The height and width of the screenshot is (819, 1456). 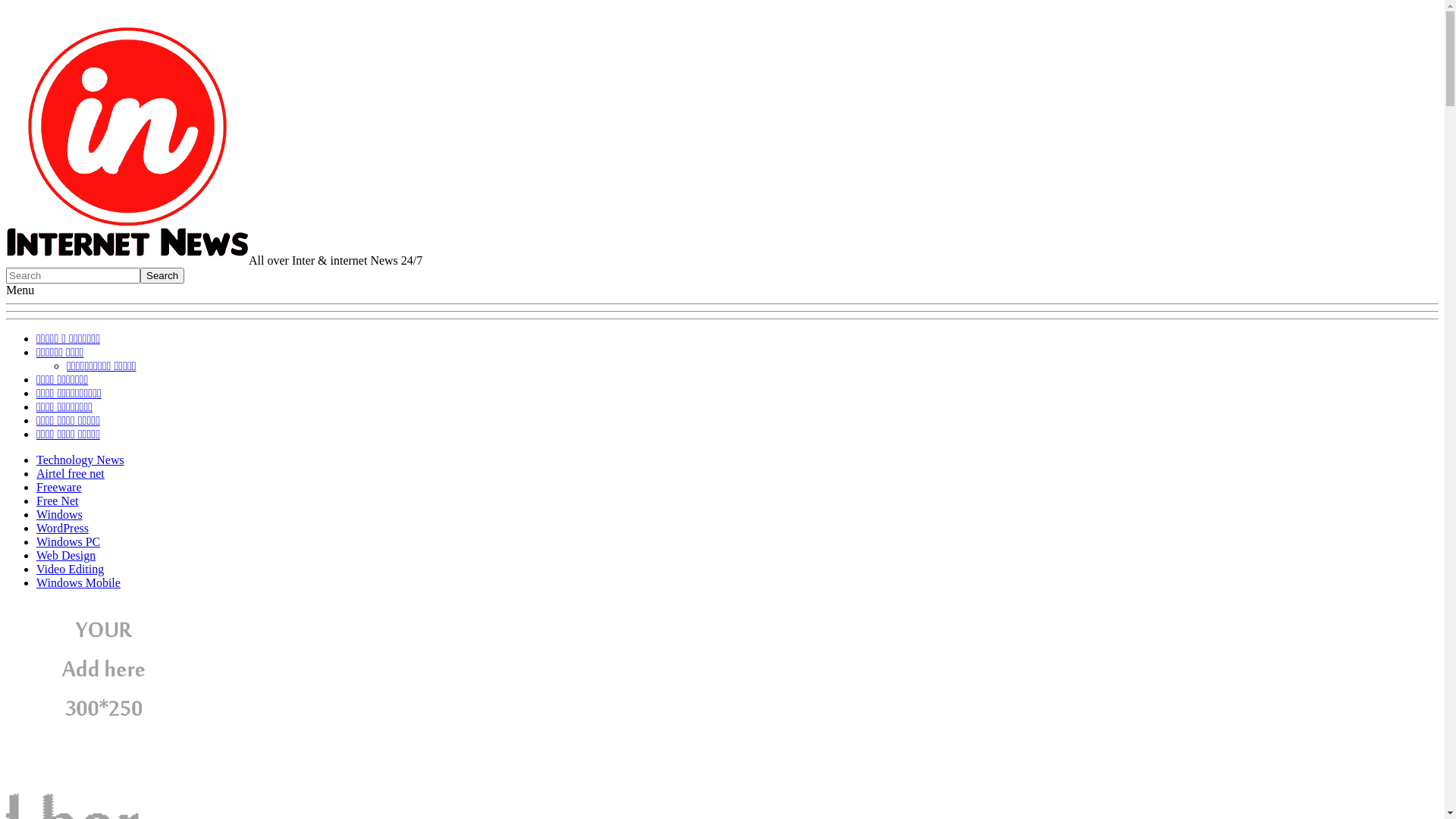 I want to click on 'Search', so click(x=140, y=275).